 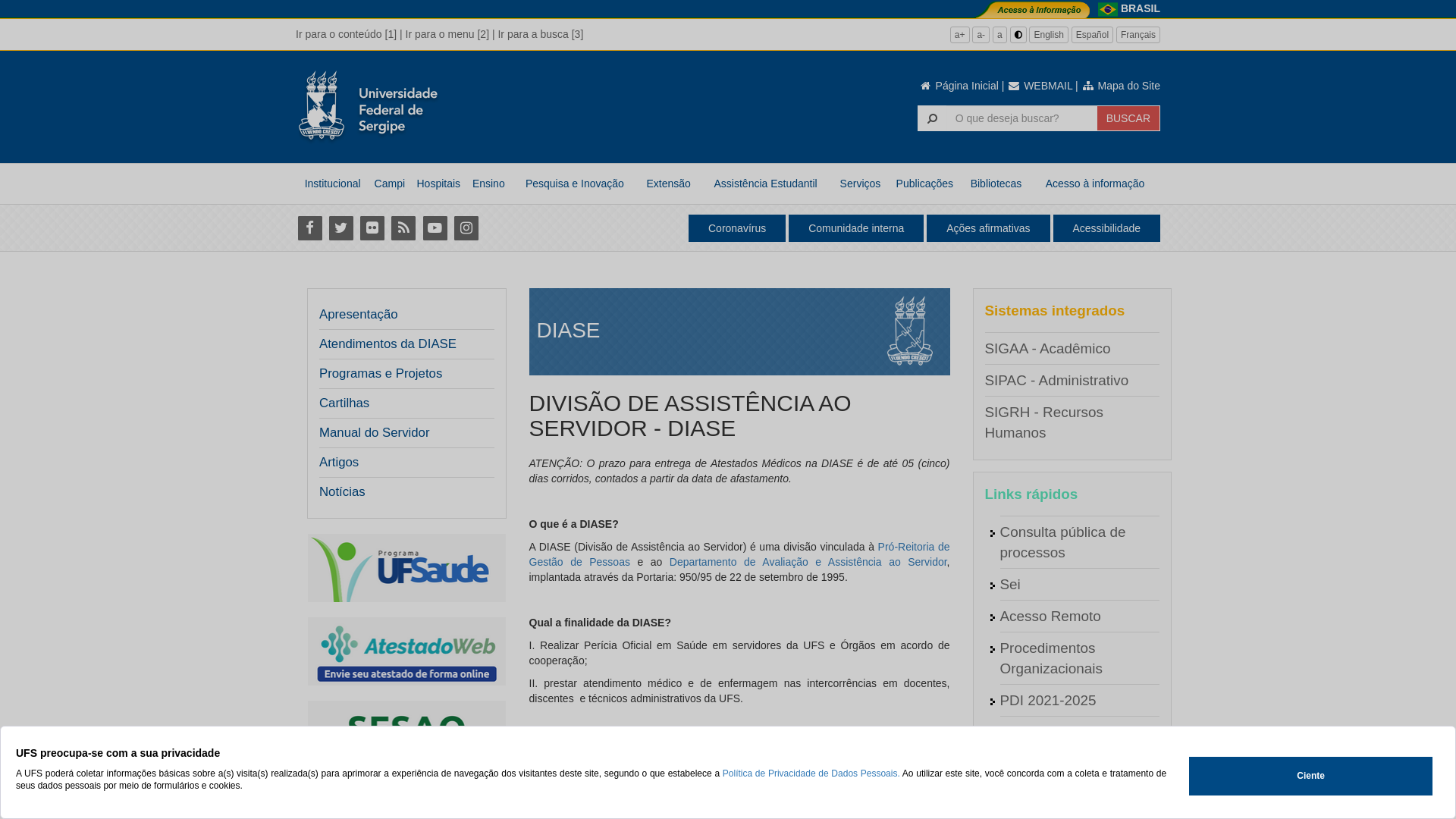 I want to click on 'SIPAC - Administrativo', so click(x=984, y=379).